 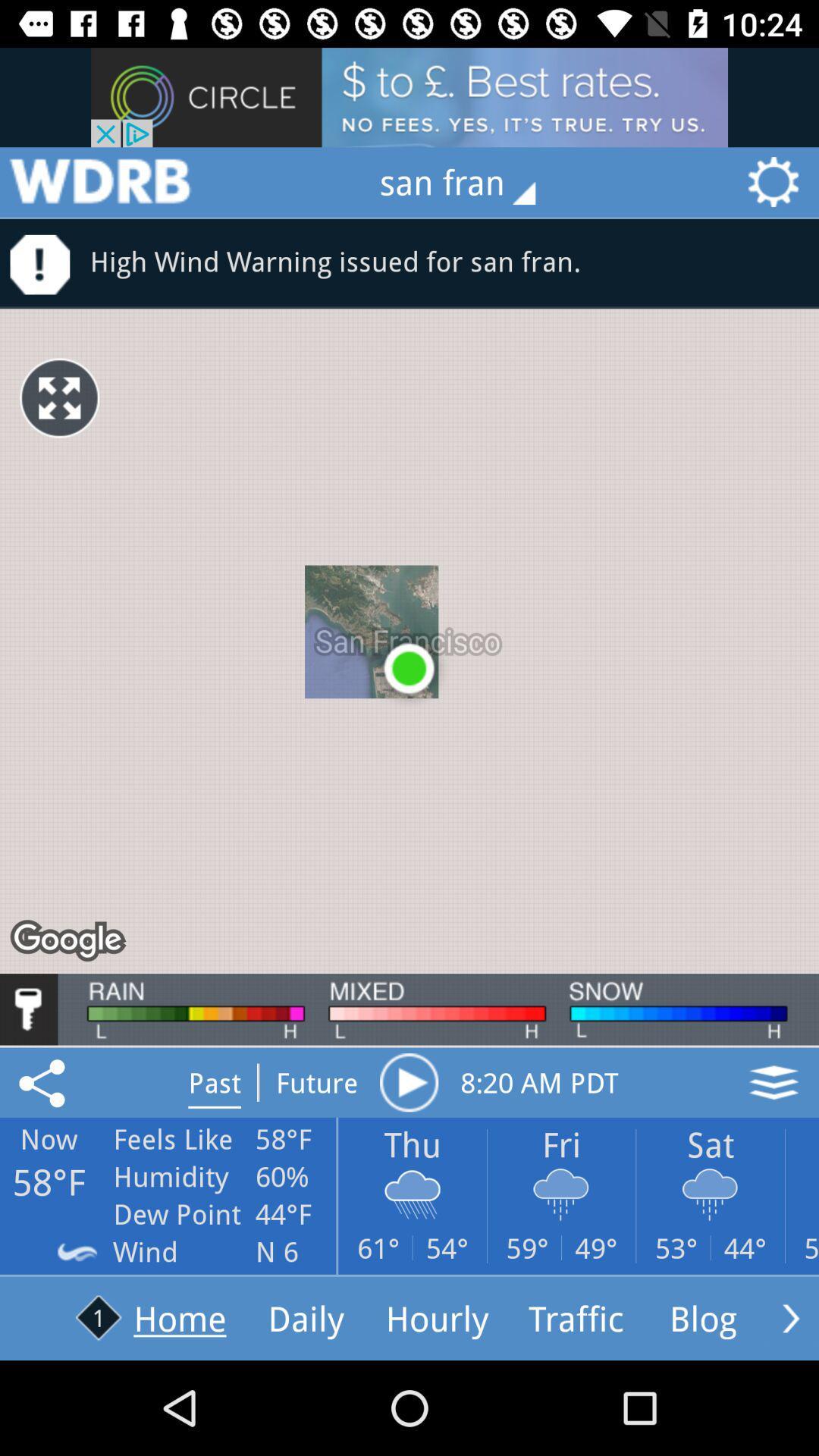 I want to click on advertisement, so click(x=99, y=182).